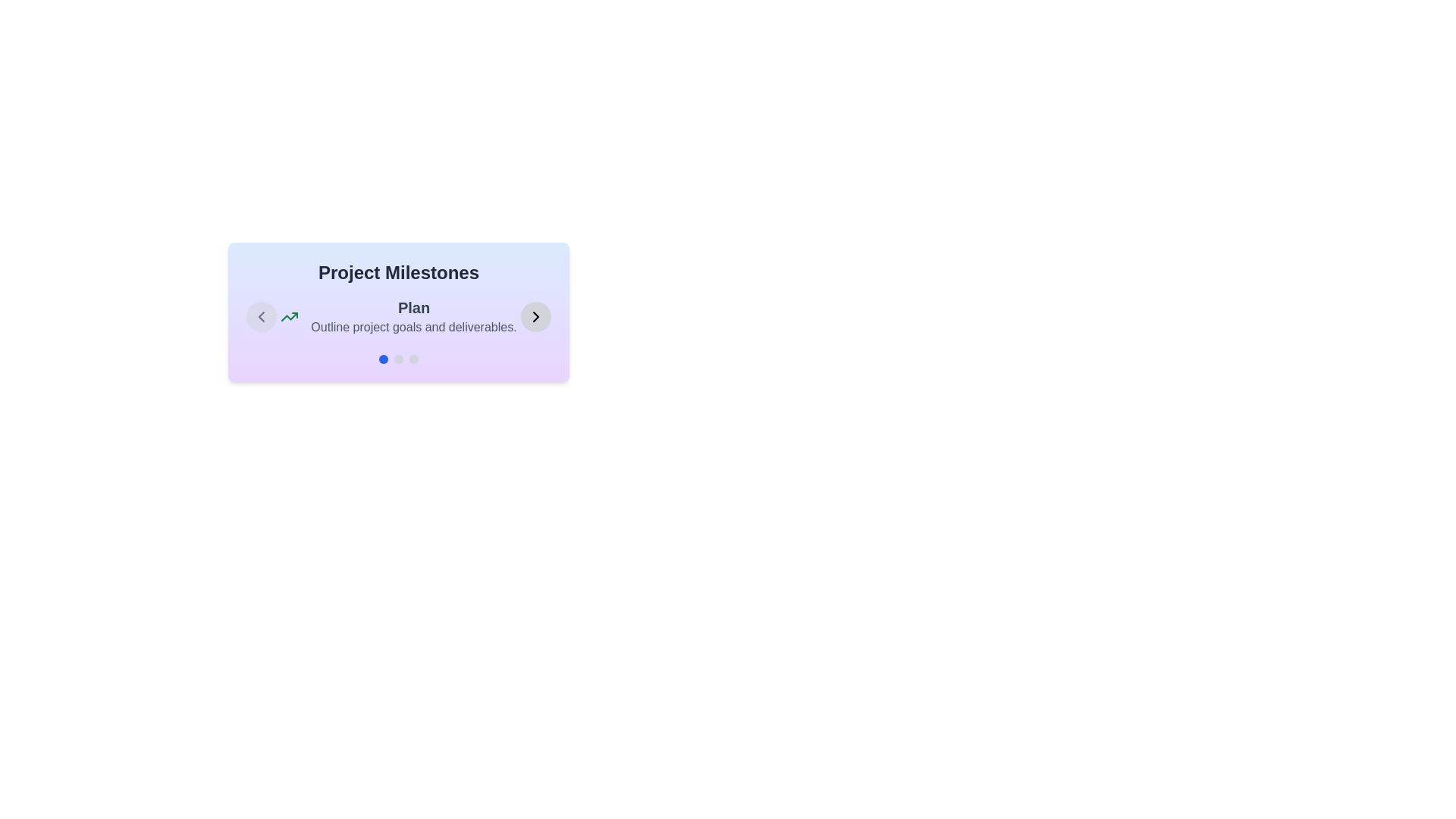 The width and height of the screenshot is (1456, 819). What do you see at coordinates (262, 315) in the screenshot?
I see `the left arrow to navigate milestones` at bounding box center [262, 315].